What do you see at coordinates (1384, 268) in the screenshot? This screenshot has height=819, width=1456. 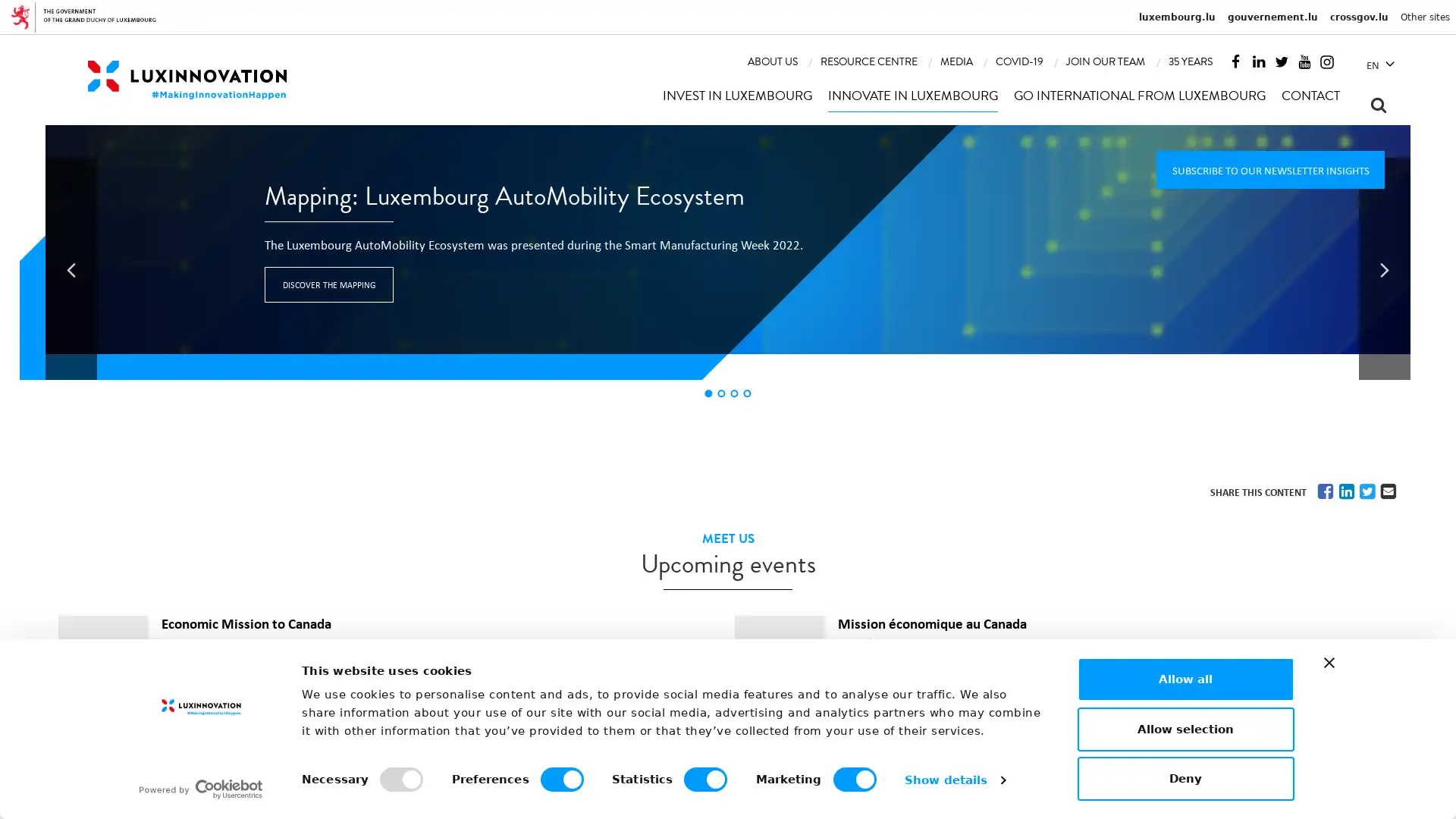 I see `Next` at bounding box center [1384, 268].